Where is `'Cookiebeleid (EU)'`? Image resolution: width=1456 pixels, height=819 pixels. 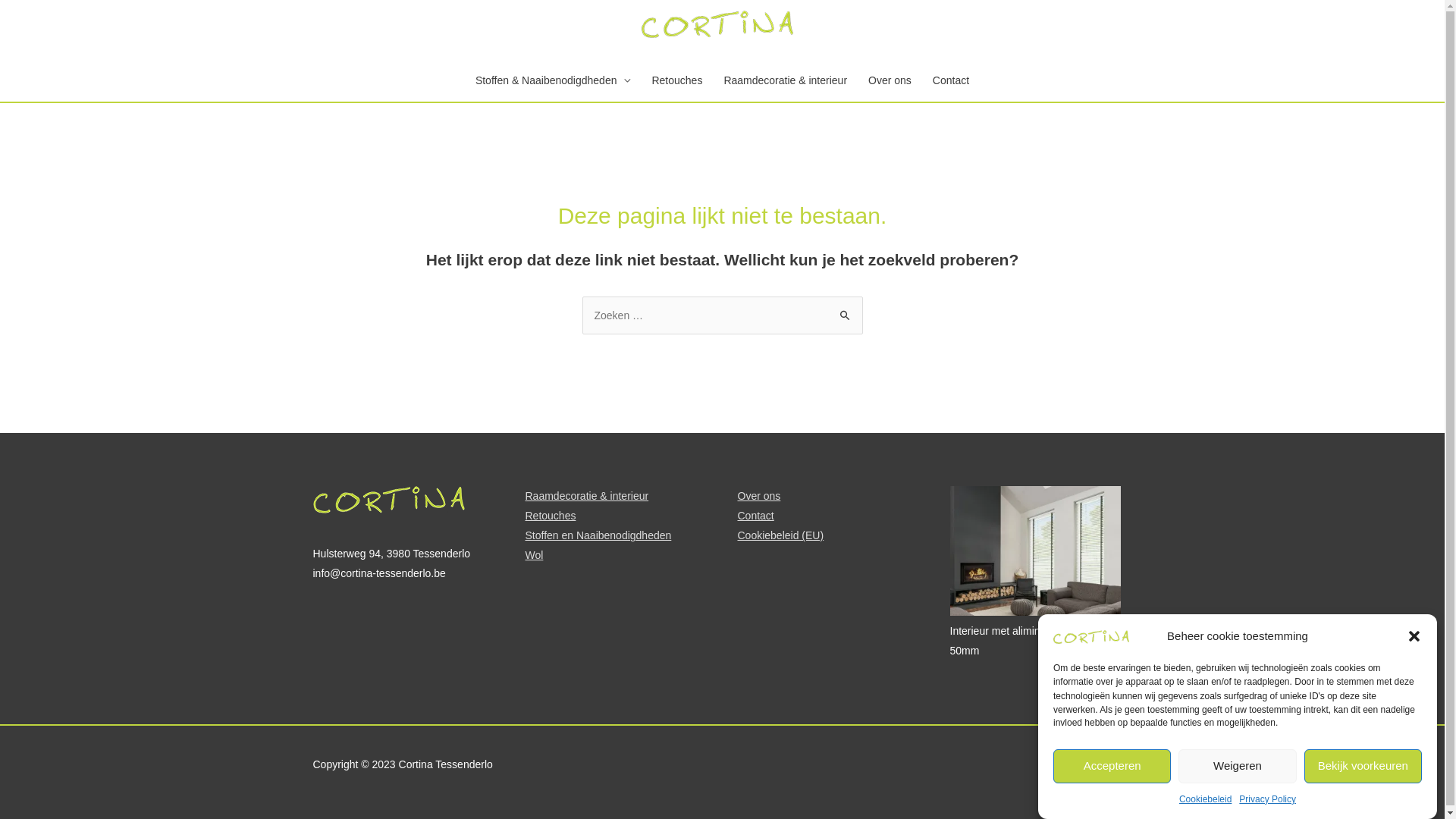 'Cookiebeleid (EU)' is located at coordinates (780, 534).